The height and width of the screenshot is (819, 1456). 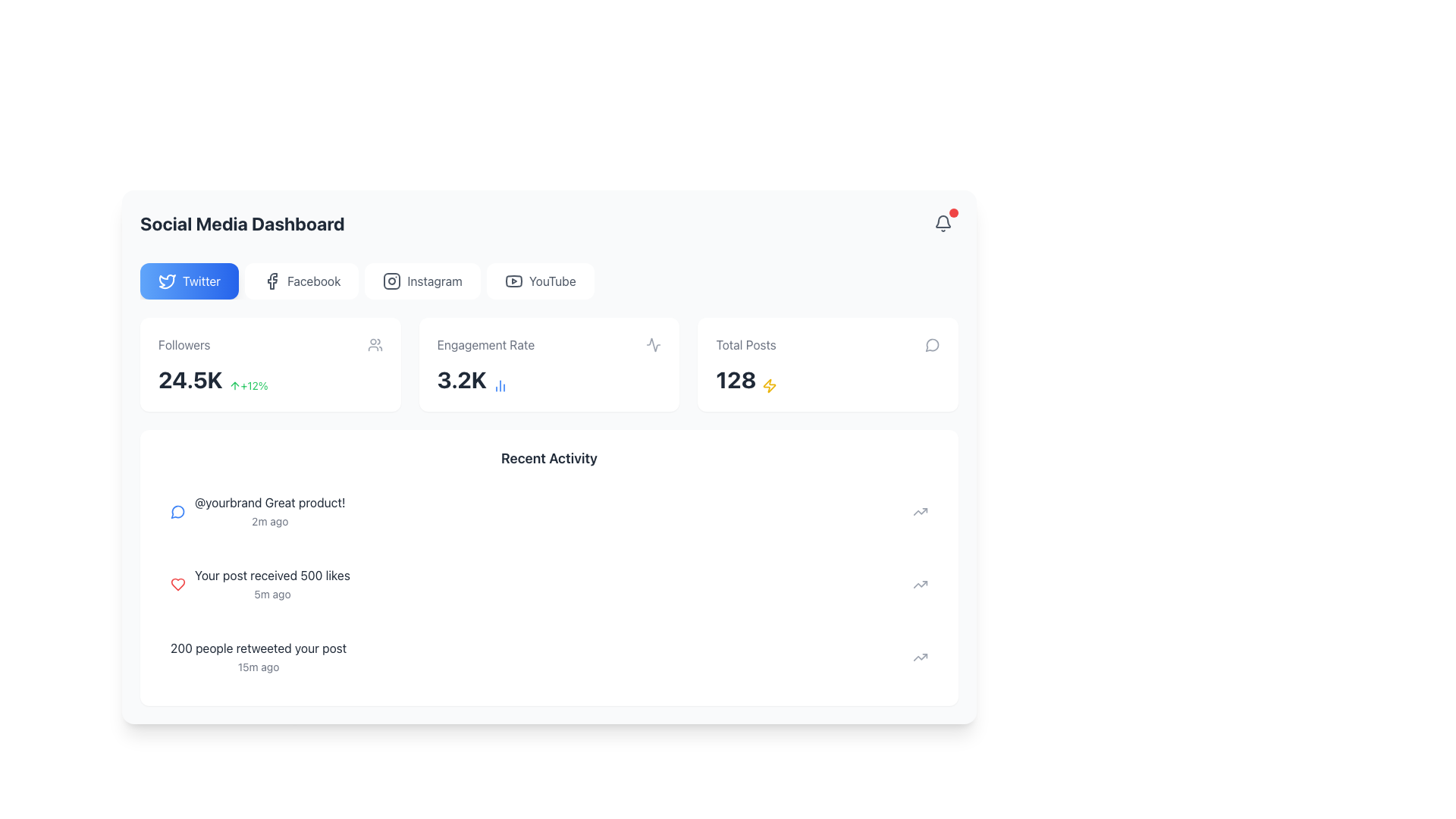 I want to click on the header text or title for the 'Recent Activity' section, which is centrally positioned at the top of the section and provides an overview of the content, so click(x=548, y=458).